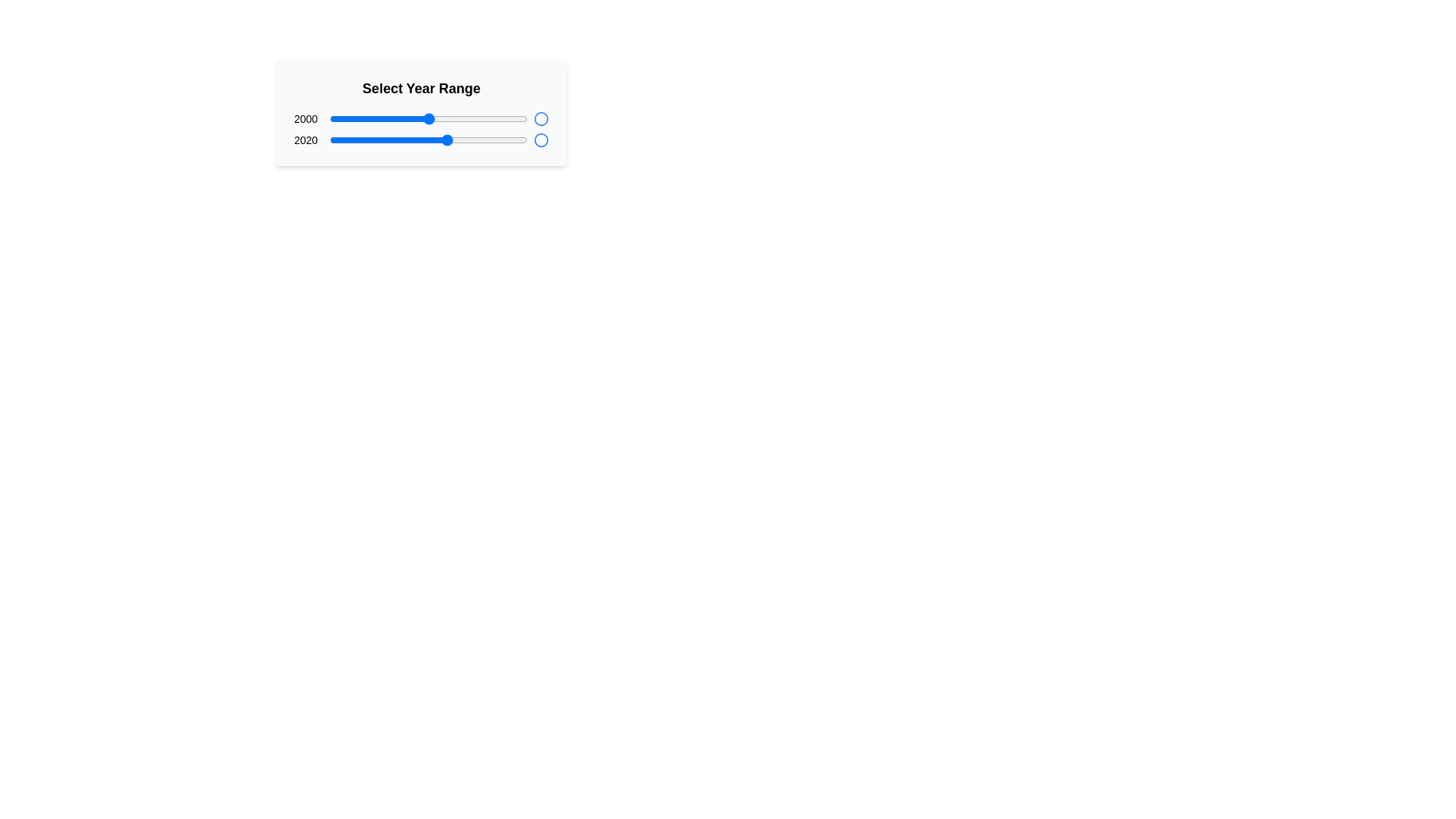 The width and height of the screenshot is (1456, 819). What do you see at coordinates (353, 140) in the screenshot?
I see `the year value` at bounding box center [353, 140].